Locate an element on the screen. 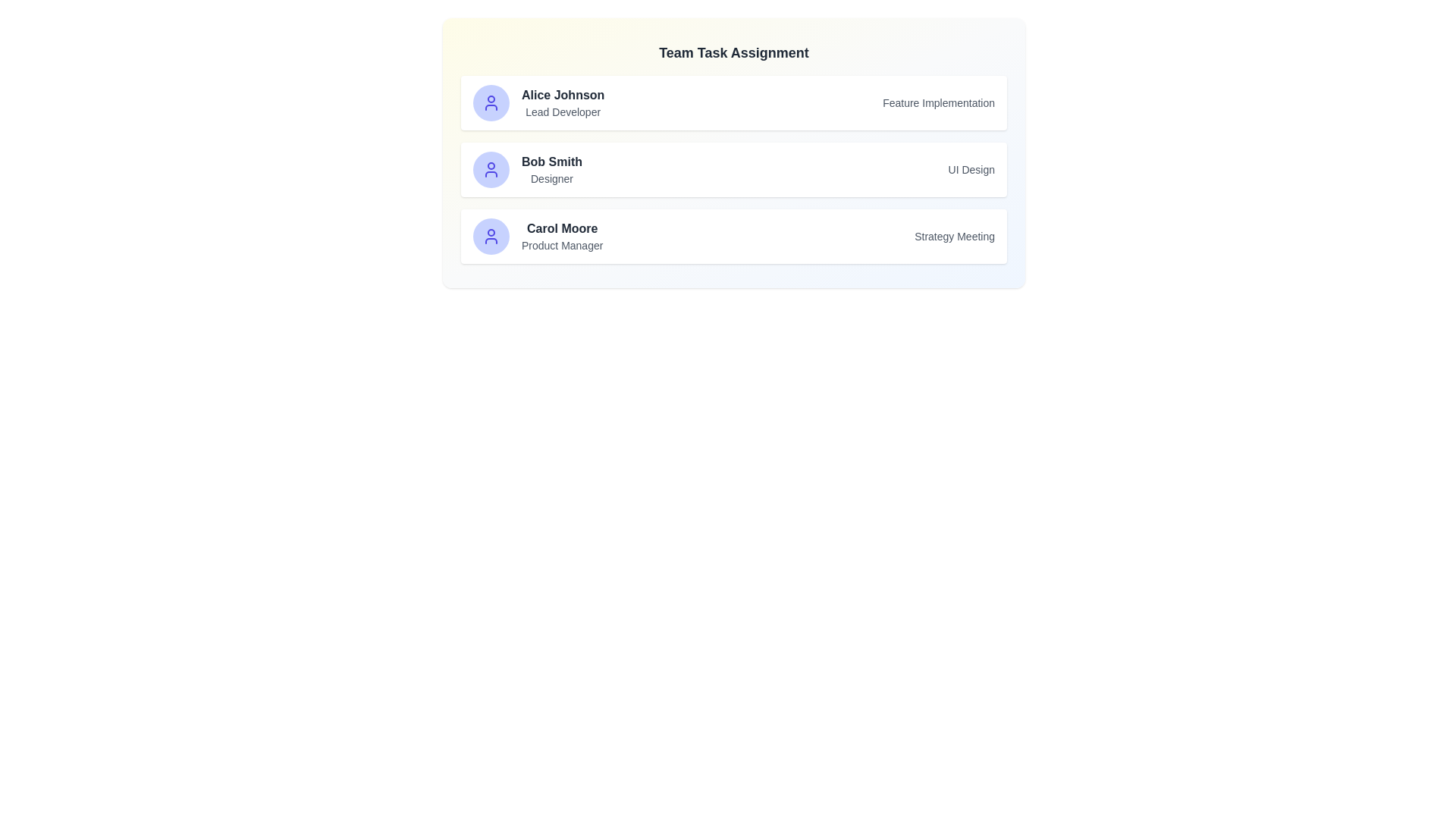 The height and width of the screenshot is (819, 1456). text of the textual element that identifies a team member, positioned to the right of a circular avatar icon in the third item of a vertical list is located at coordinates (561, 237).